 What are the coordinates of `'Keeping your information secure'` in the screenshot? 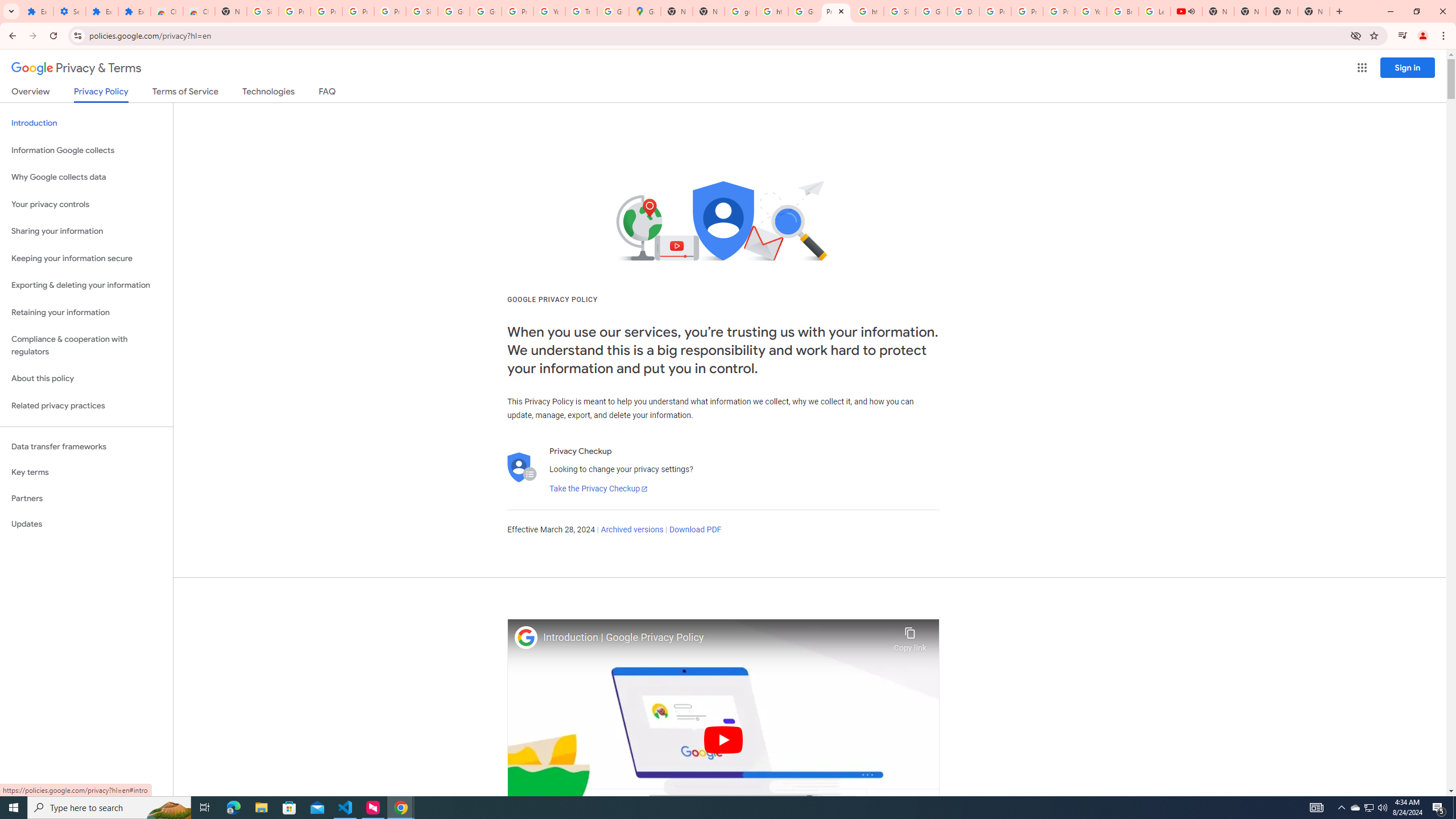 It's located at (86, 259).